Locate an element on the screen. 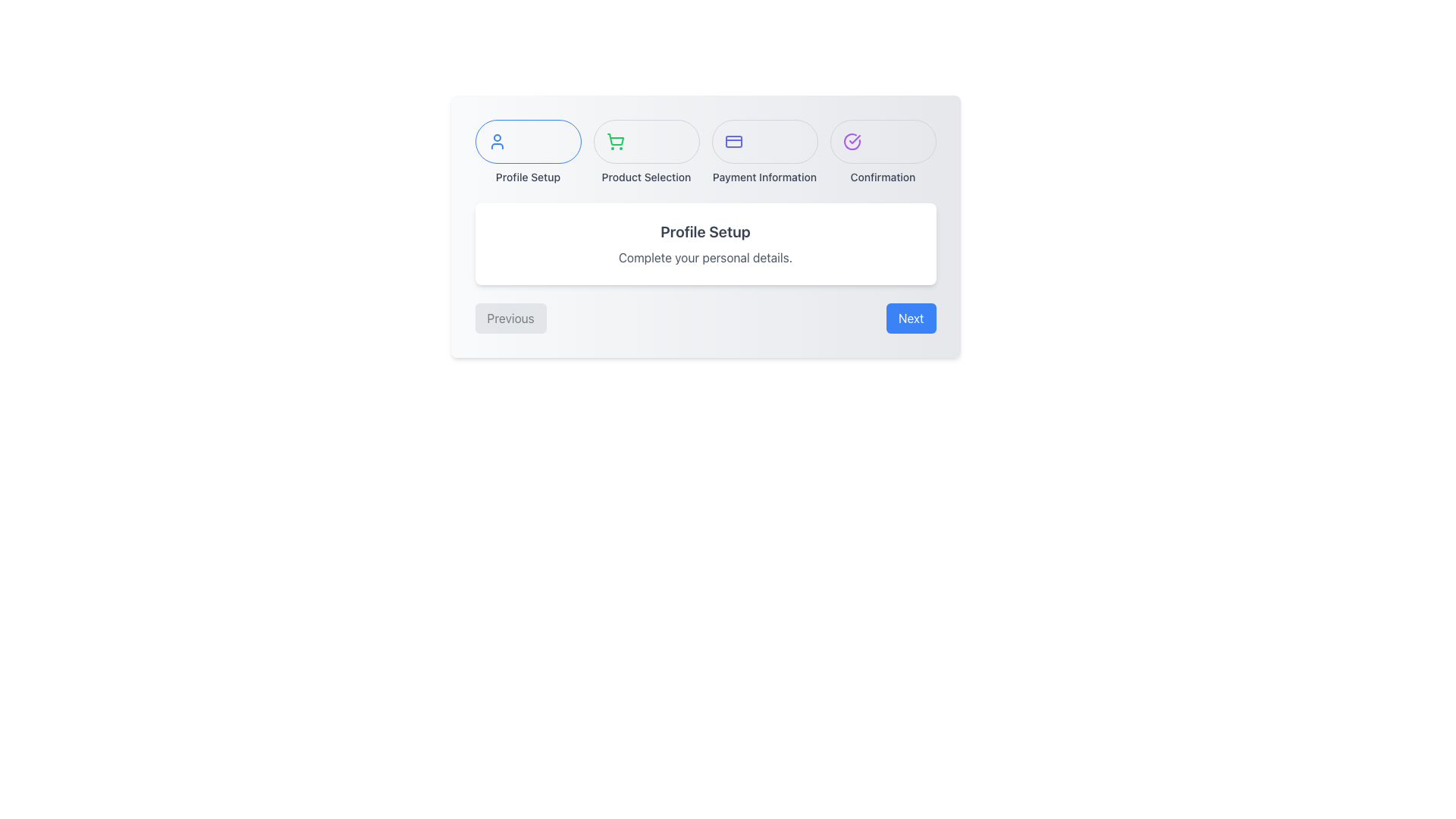 This screenshot has height=819, width=1456. the 'Next' button, a blue rectangular button with rounded corners and white text, to proceed is located at coordinates (910, 318).